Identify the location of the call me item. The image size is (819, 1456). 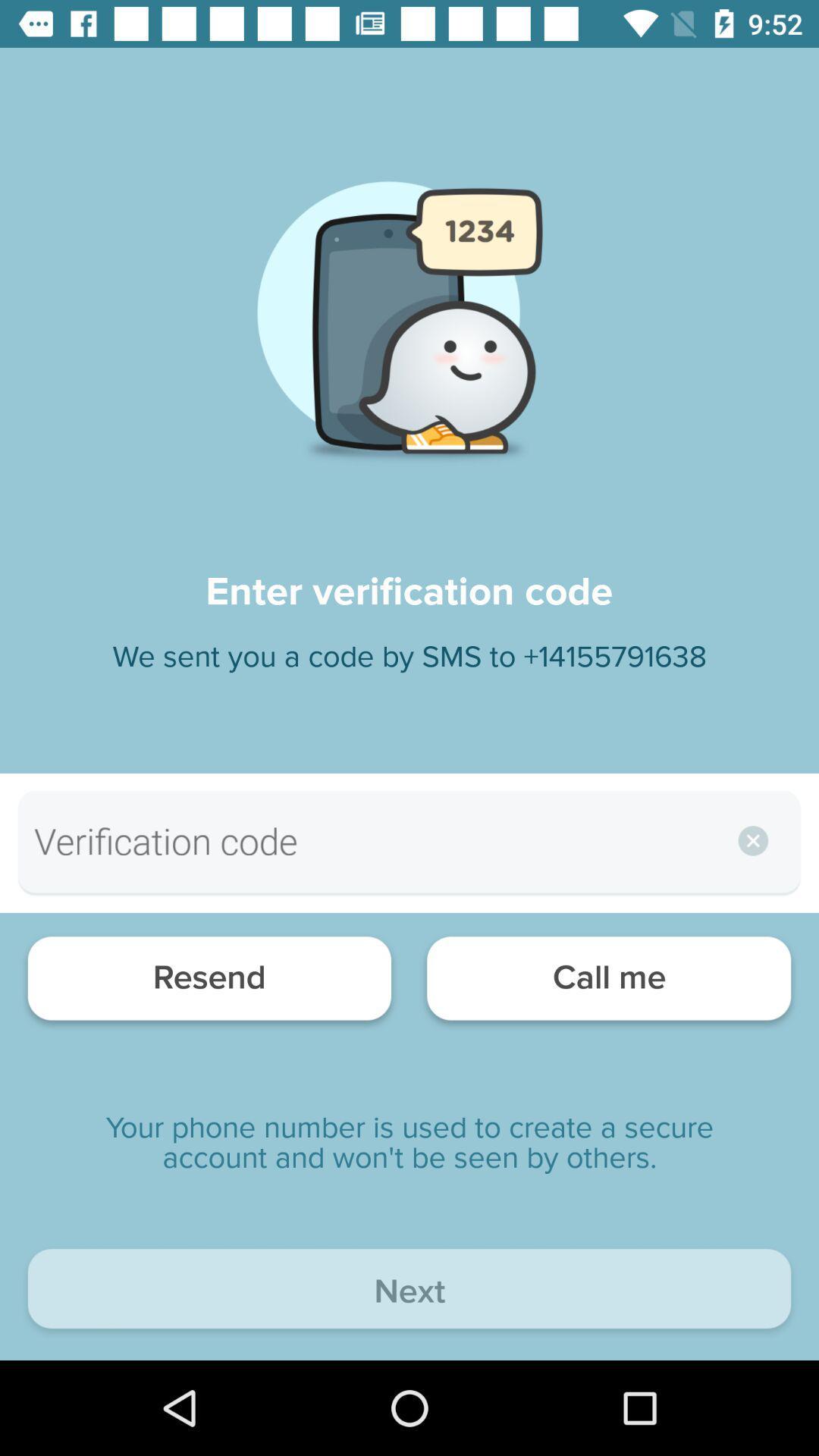
(608, 982).